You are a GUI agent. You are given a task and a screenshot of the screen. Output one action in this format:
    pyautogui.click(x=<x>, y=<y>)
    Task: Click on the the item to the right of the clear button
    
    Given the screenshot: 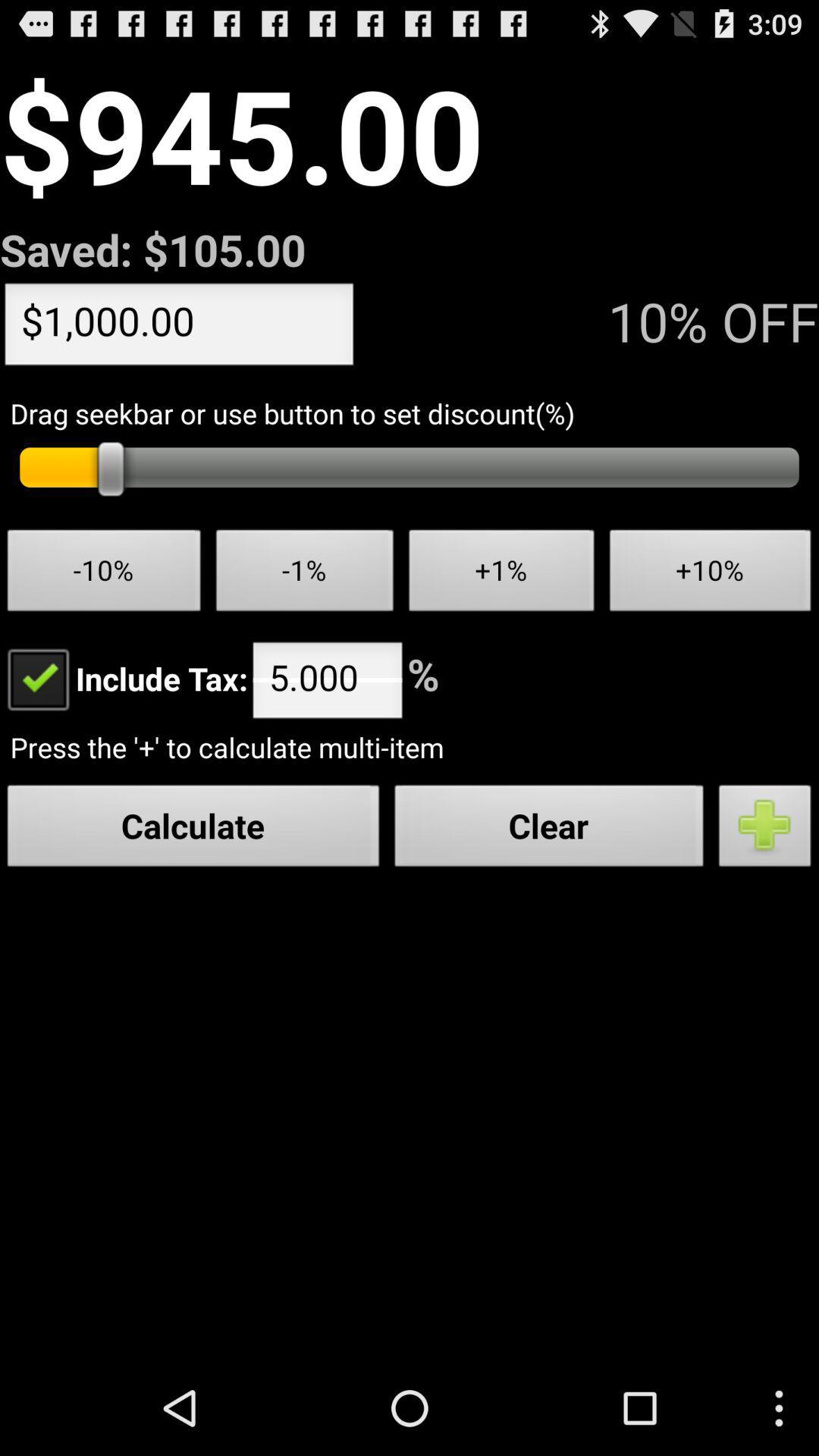 What is the action you would take?
    pyautogui.click(x=765, y=829)
    